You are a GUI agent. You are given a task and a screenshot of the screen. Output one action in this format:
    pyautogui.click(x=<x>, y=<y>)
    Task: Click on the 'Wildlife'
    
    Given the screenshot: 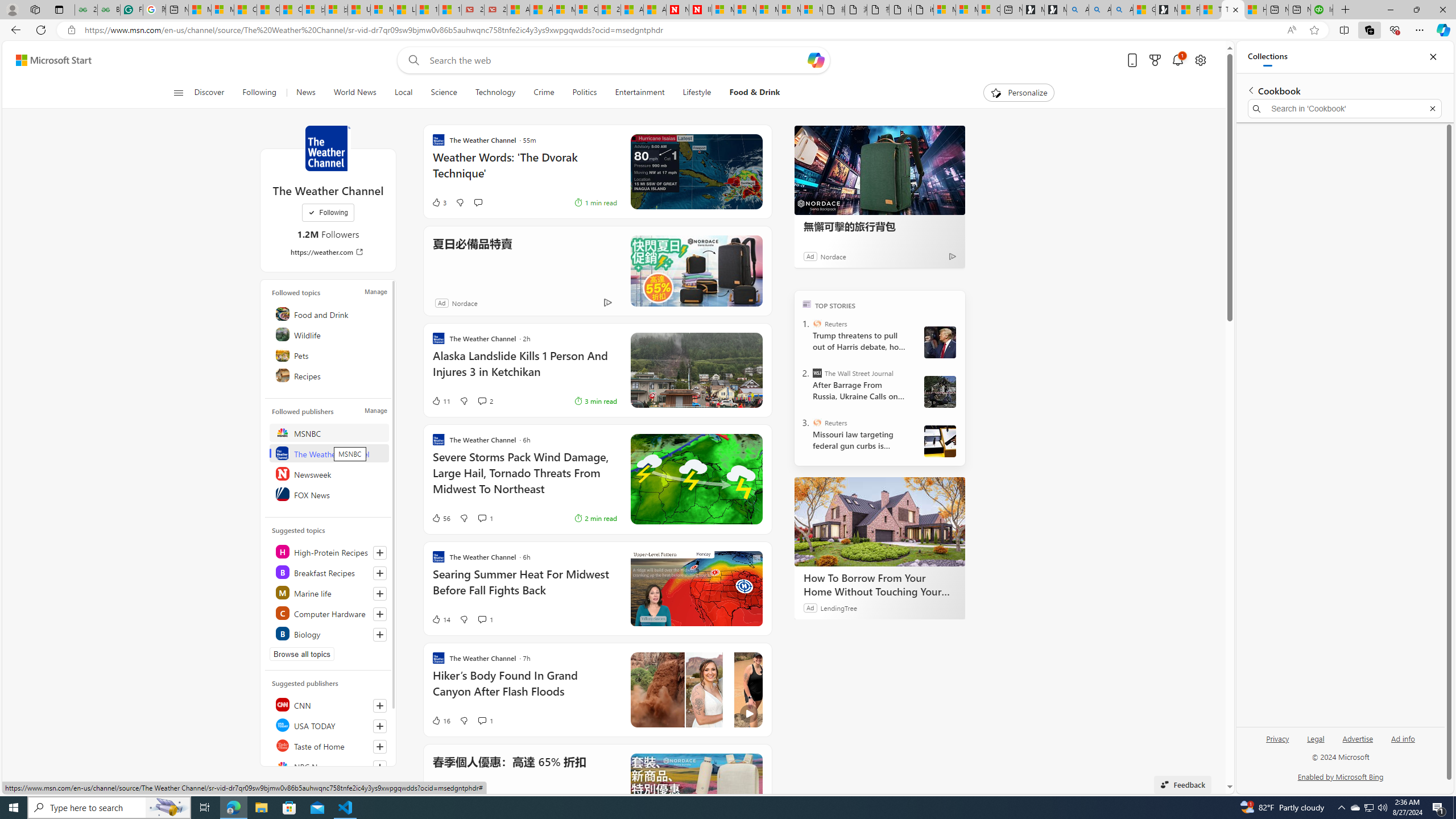 What is the action you would take?
    pyautogui.click(x=329, y=333)
    